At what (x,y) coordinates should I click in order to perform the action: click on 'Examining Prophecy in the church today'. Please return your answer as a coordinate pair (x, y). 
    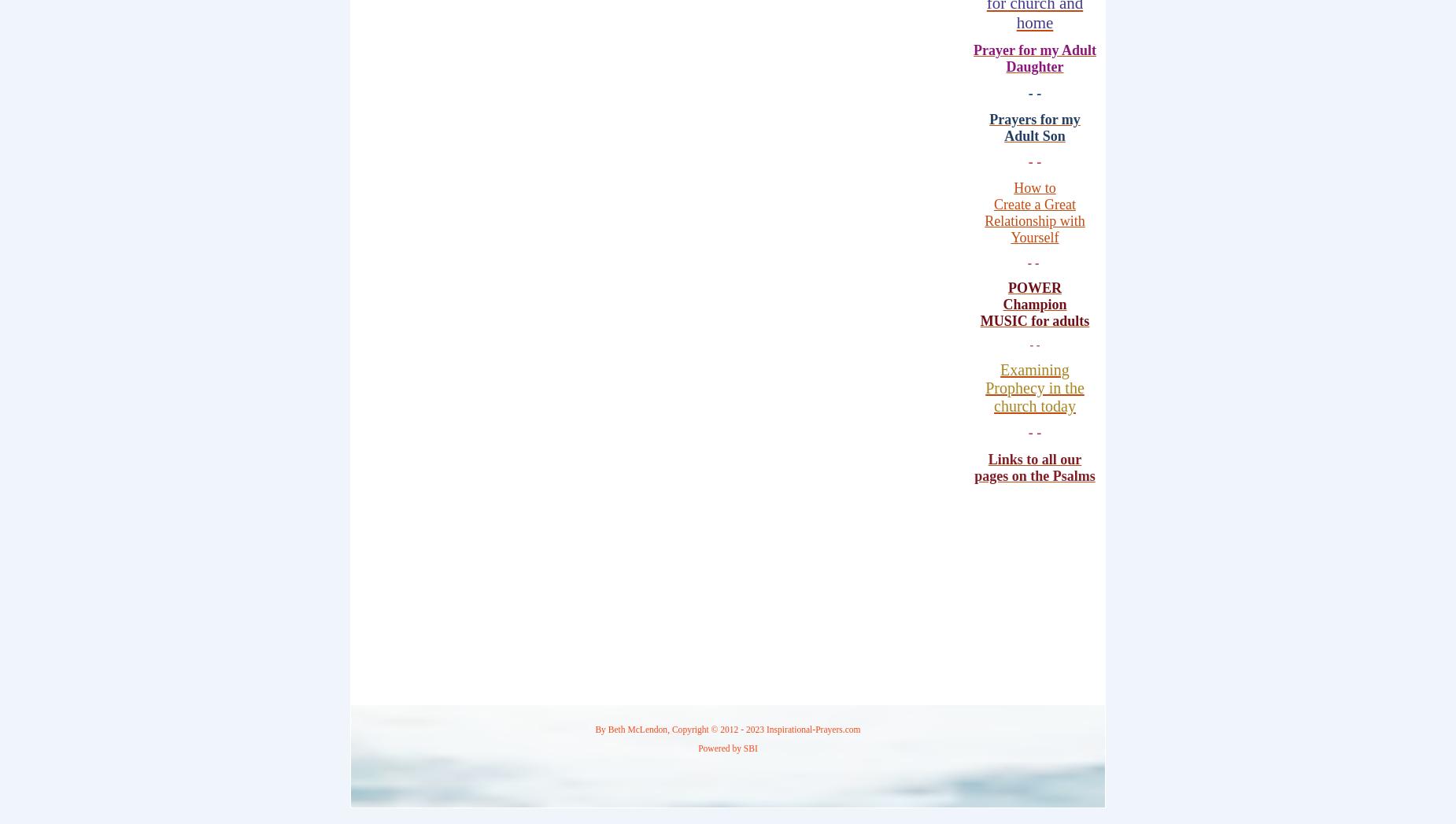
    Looking at the image, I should click on (1033, 387).